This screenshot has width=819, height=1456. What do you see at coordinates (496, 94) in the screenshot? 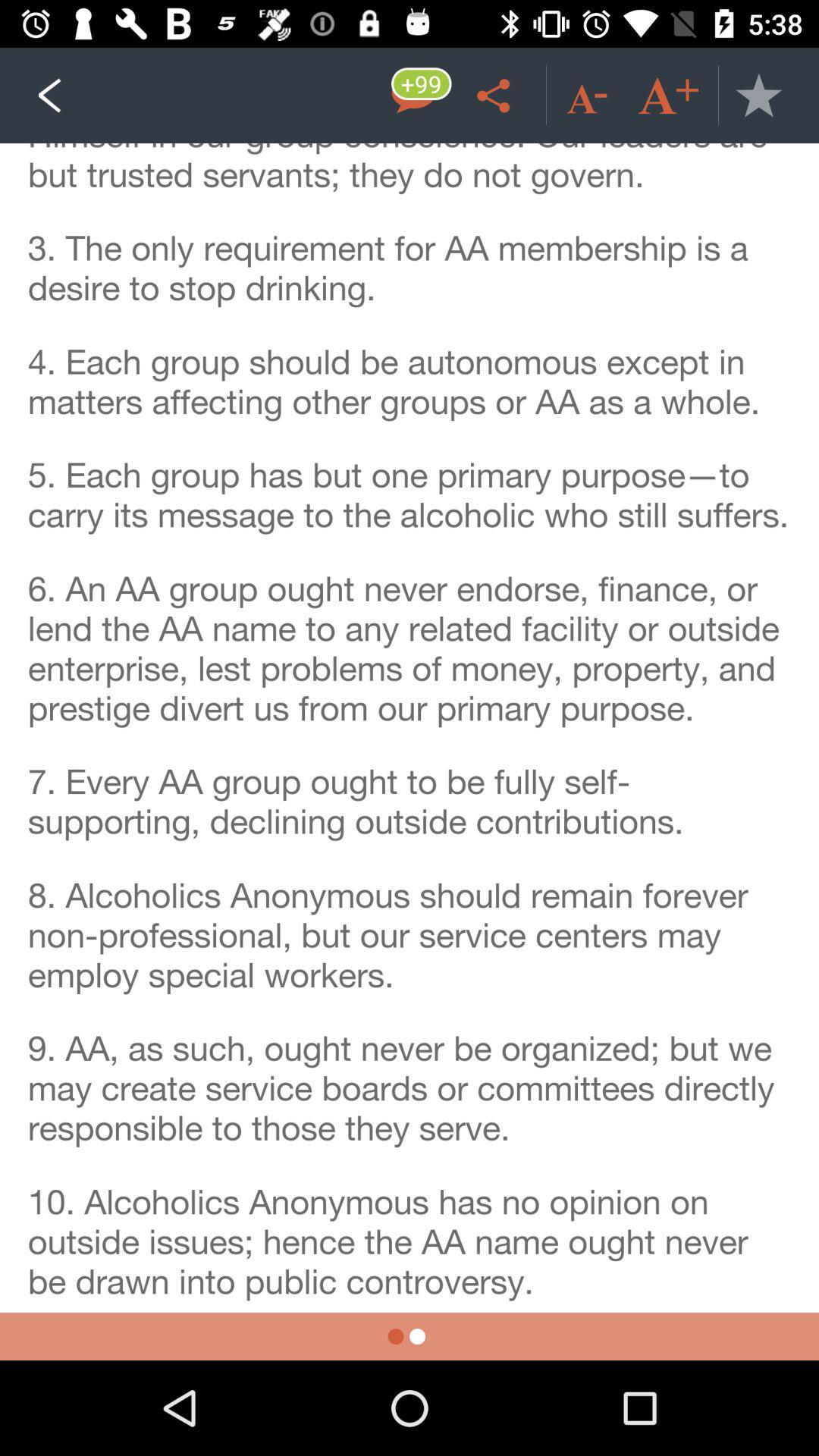
I see `share` at bounding box center [496, 94].